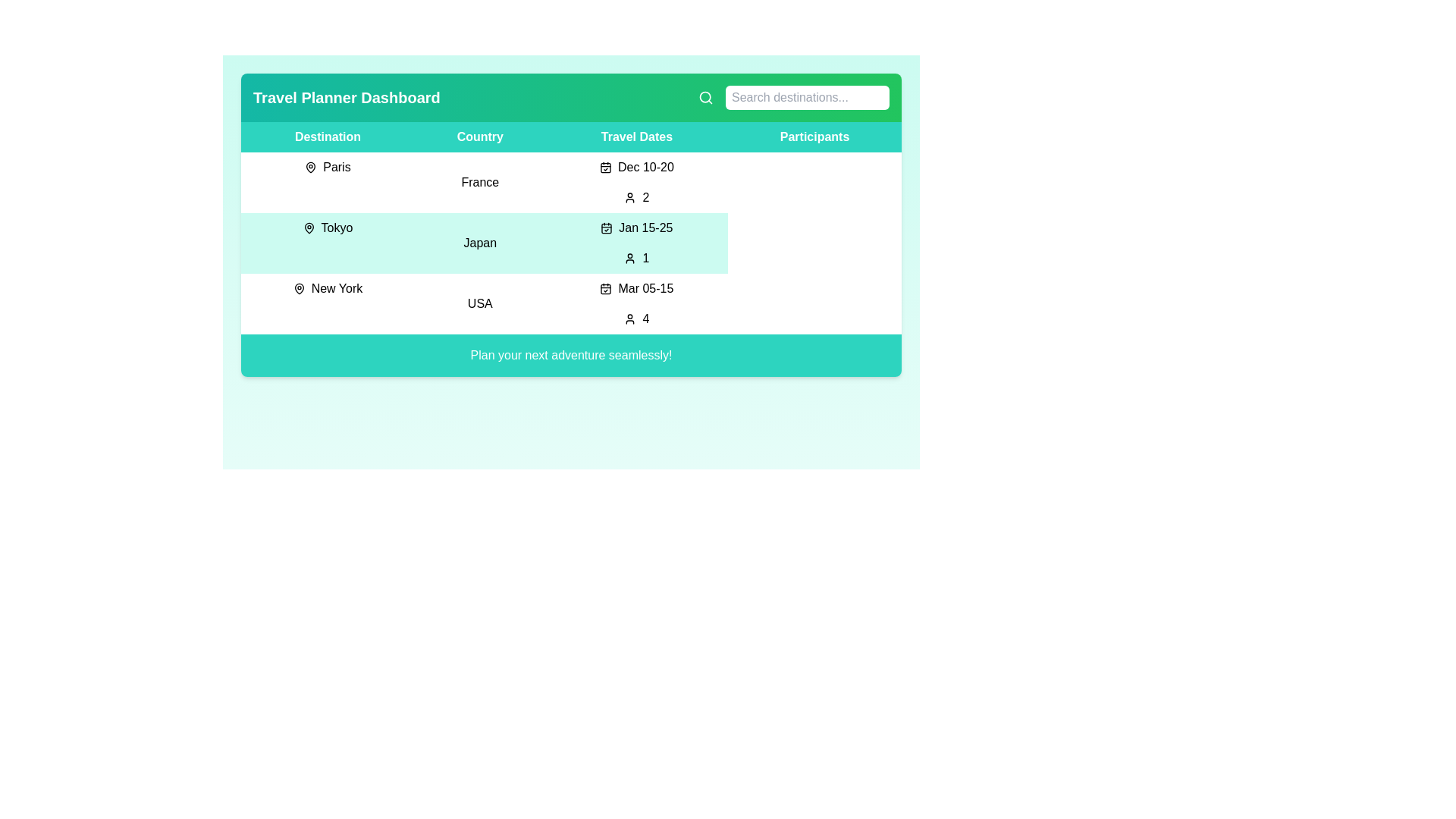 The height and width of the screenshot is (819, 1456). Describe the element at coordinates (310, 167) in the screenshot. I see `the icon representing the city 'Paris'` at that location.